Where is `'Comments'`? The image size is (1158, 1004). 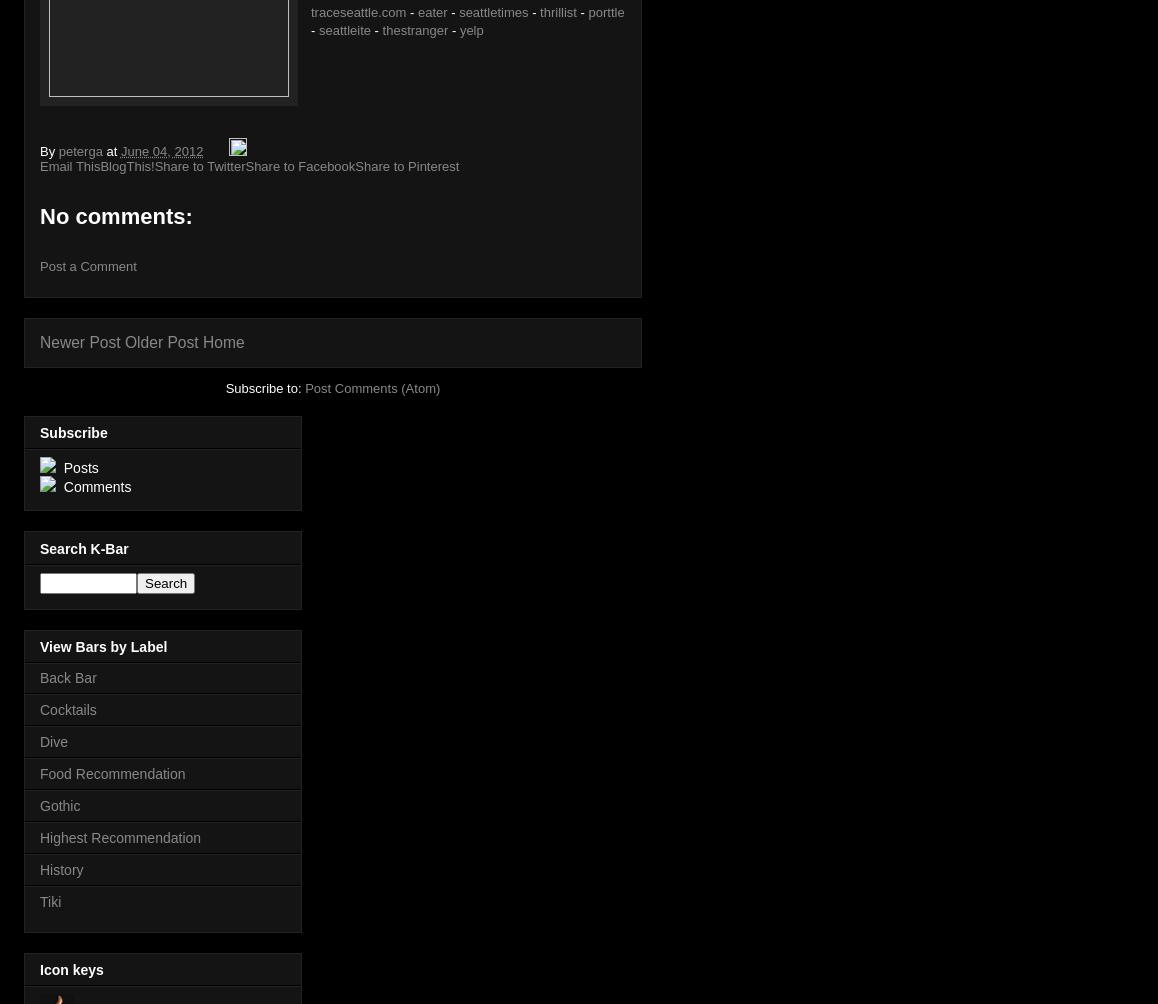 'Comments' is located at coordinates (94, 486).